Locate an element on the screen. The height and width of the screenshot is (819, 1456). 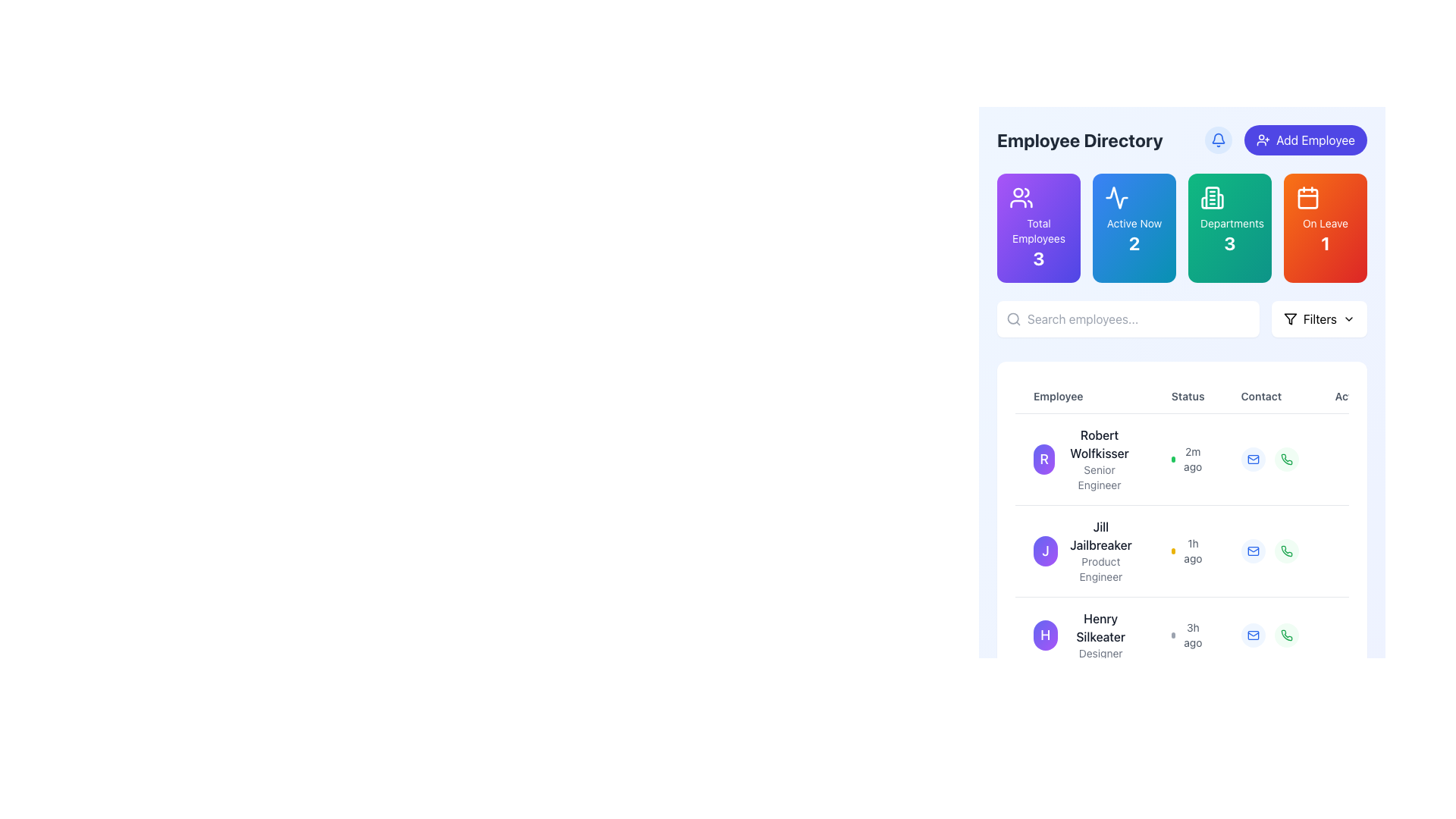
the text label displaying 'Henry Silkeater' and 'Designer', which is located to the right of the circular profile icon marked with an 'H' is located at coordinates (1100, 635).